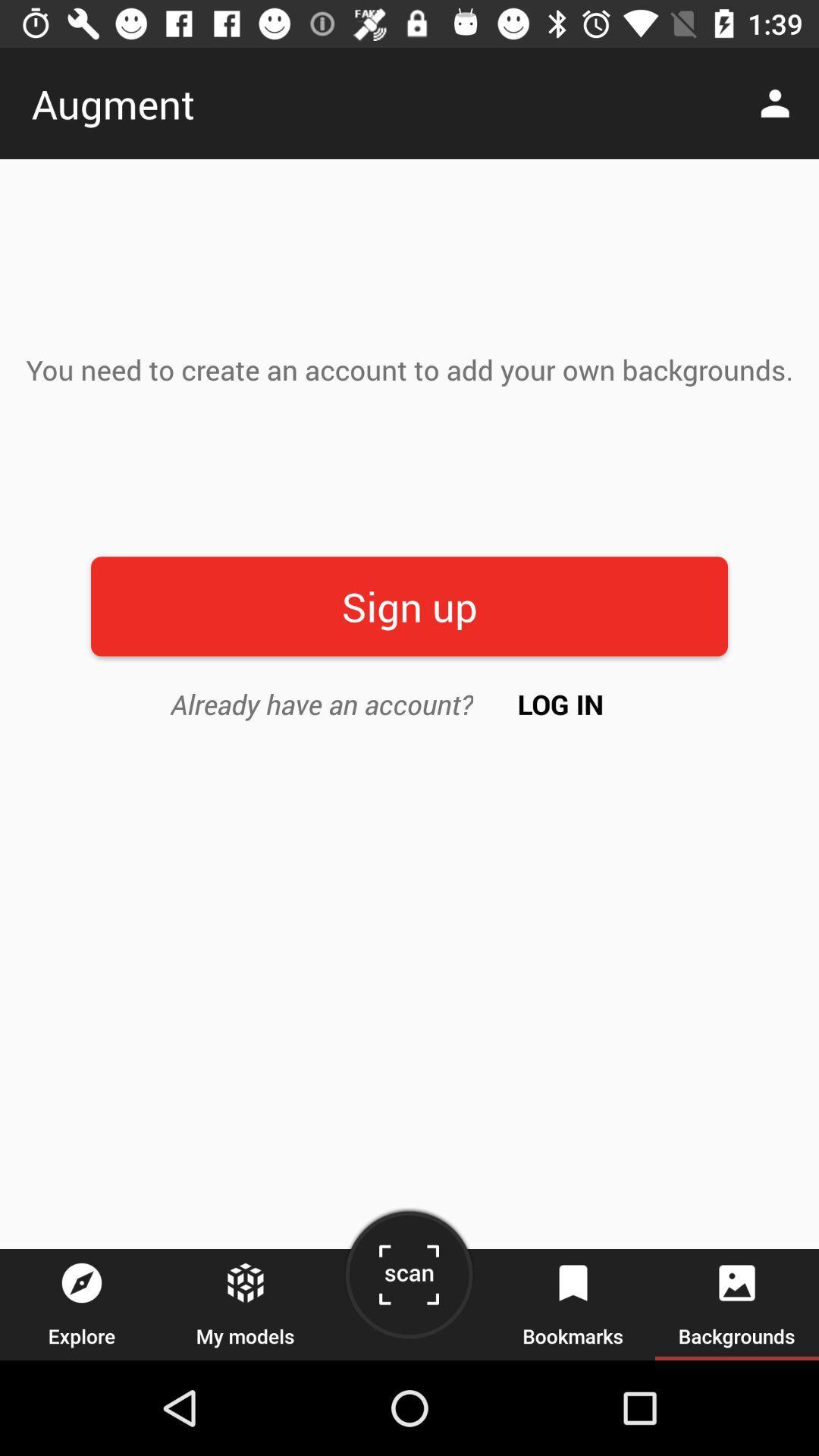 The width and height of the screenshot is (819, 1456). Describe the element at coordinates (560, 703) in the screenshot. I see `the item to the right of the already have an icon` at that location.